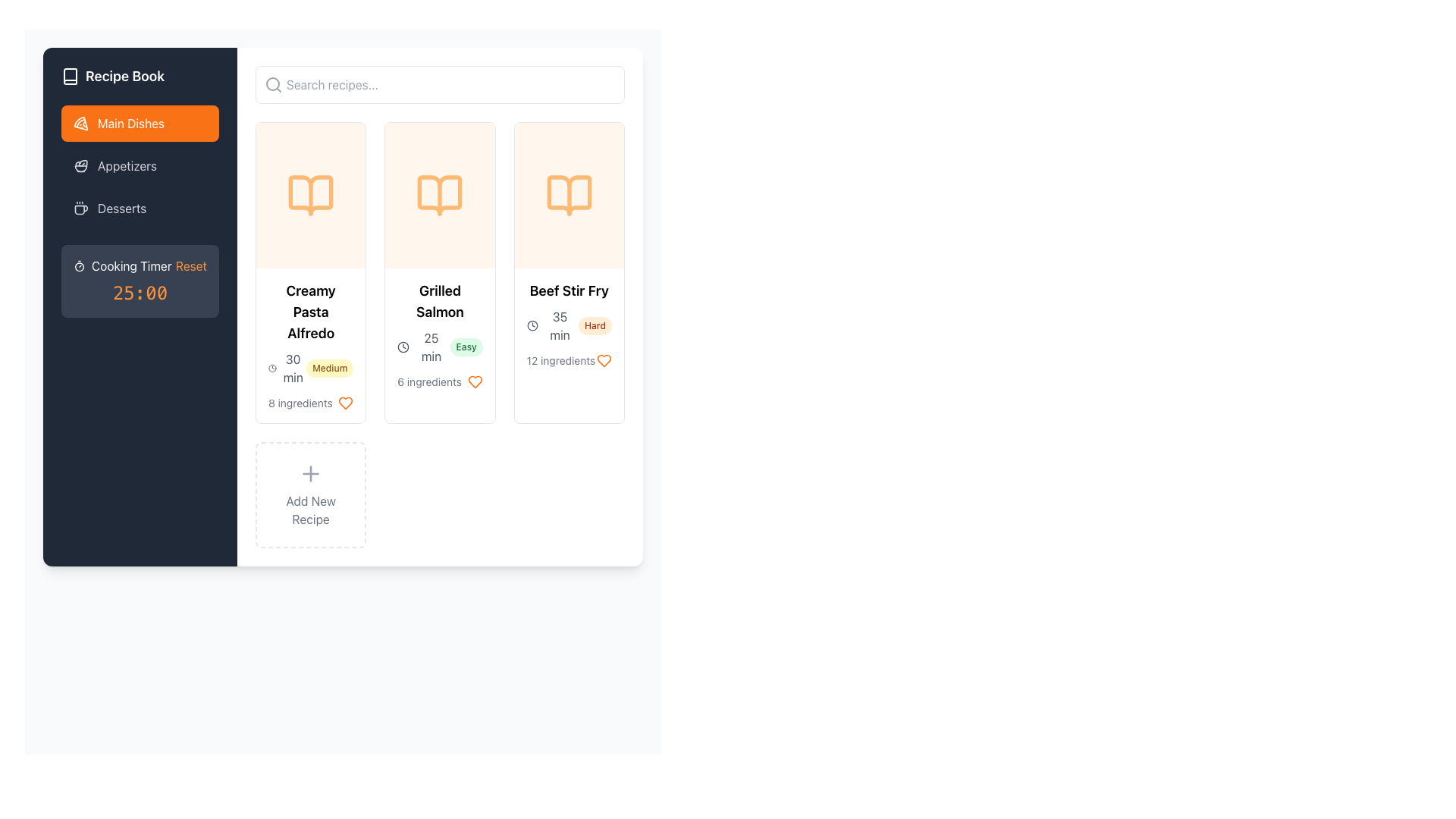  I want to click on the informational label titled 'Cooking Timer Reset' which is located above the timer value '25:00' in the gray rectangular timer panel, so click(140, 265).